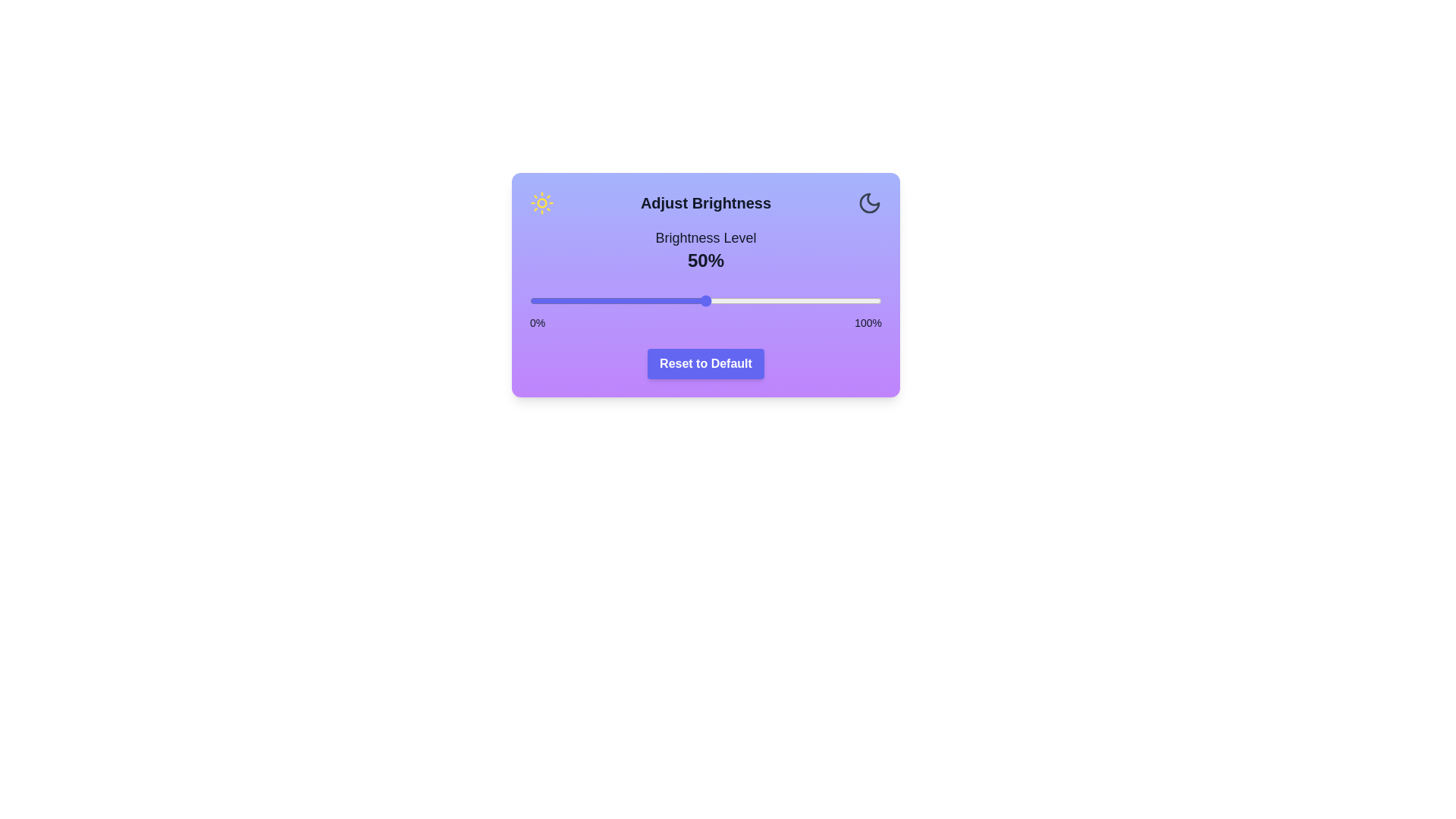  Describe the element at coordinates (881, 301) in the screenshot. I see `the brightness slider to 100%` at that location.